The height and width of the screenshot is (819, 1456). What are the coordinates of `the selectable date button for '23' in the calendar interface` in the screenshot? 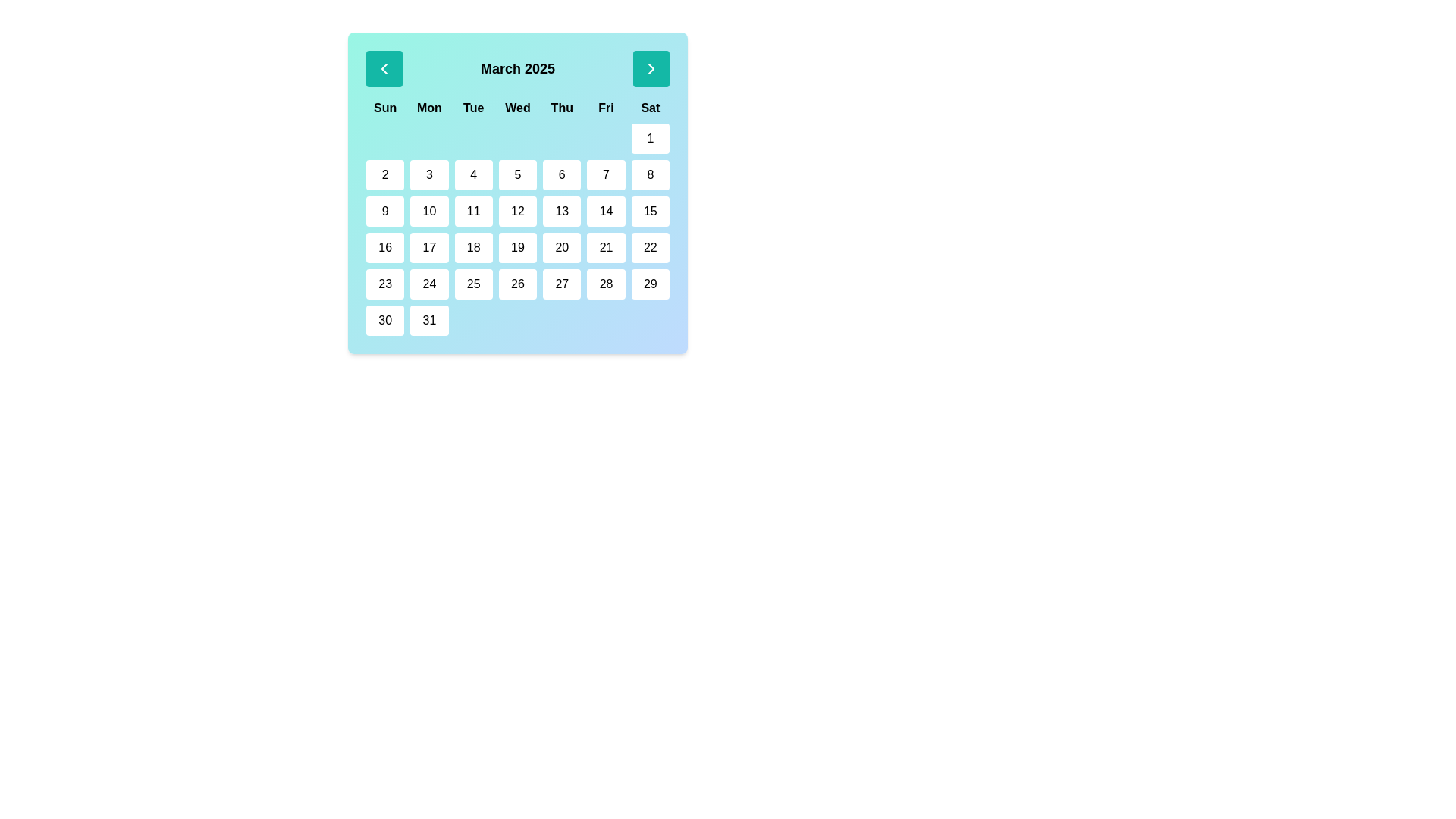 It's located at (385, 284).